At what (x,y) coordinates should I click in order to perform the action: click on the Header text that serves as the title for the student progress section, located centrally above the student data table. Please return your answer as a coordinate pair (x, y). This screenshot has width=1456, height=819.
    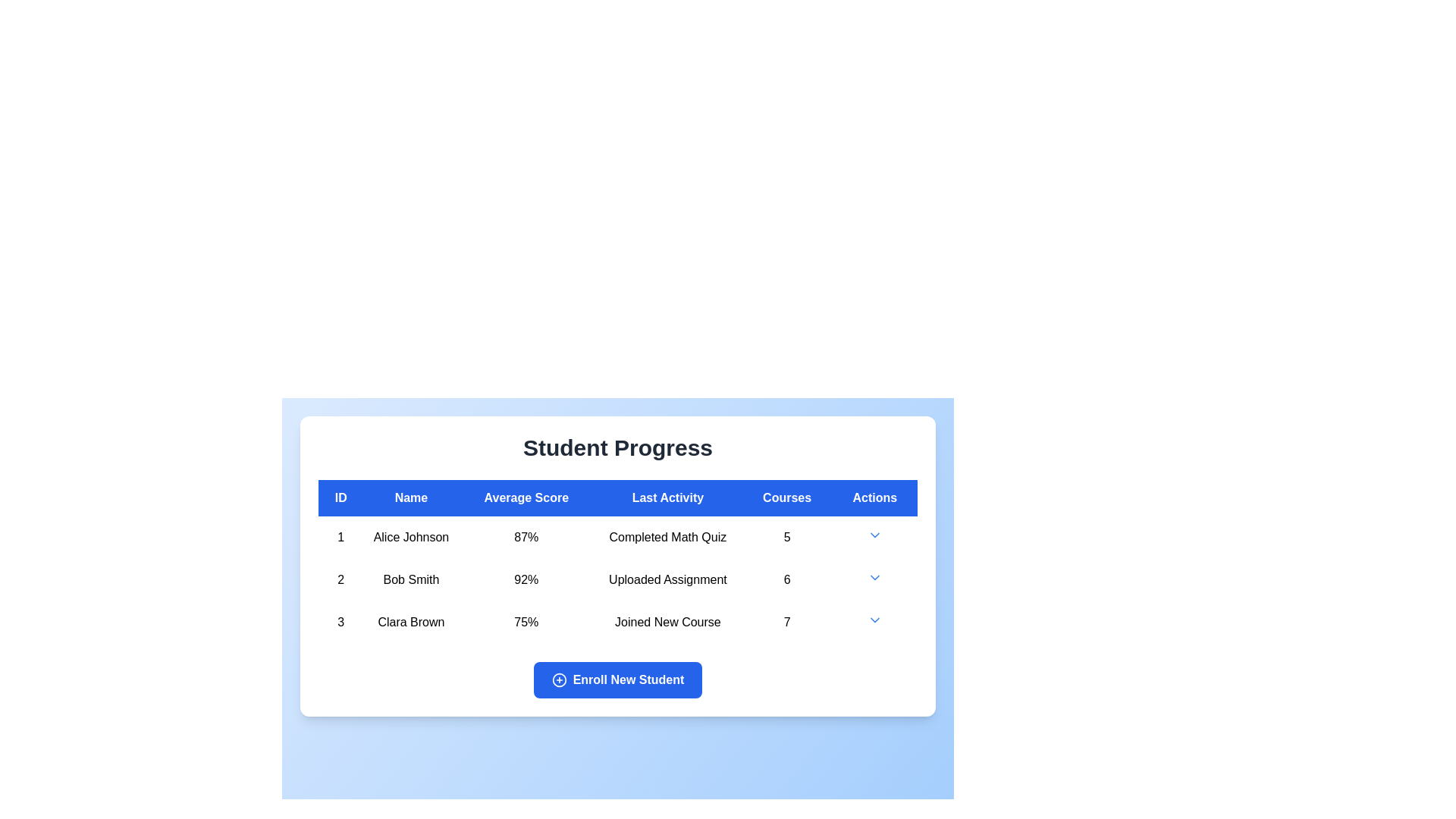
    Looking at the image, I should click on (618, 447).